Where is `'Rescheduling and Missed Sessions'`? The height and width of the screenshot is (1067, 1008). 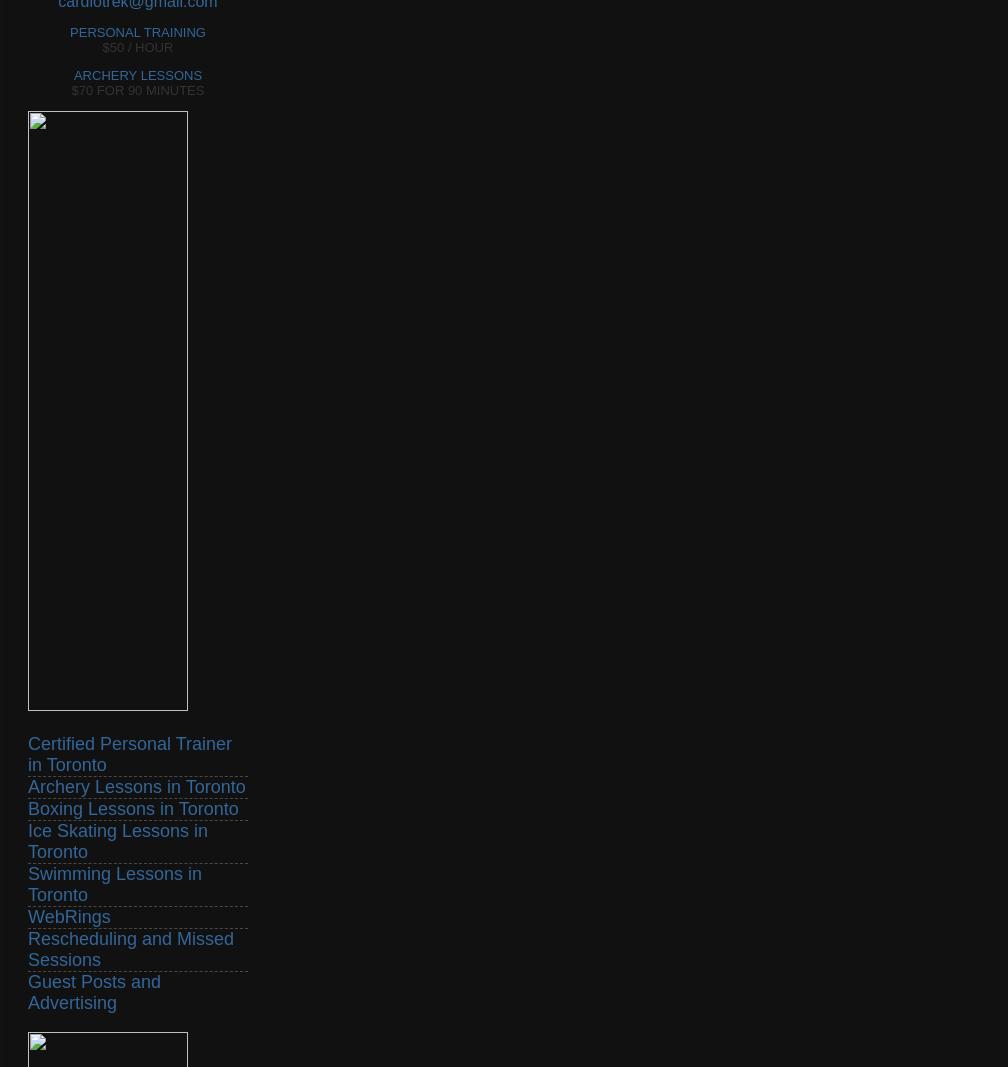 'Rescheduling and Missed Sessions' is located at coordinates (28, 948).